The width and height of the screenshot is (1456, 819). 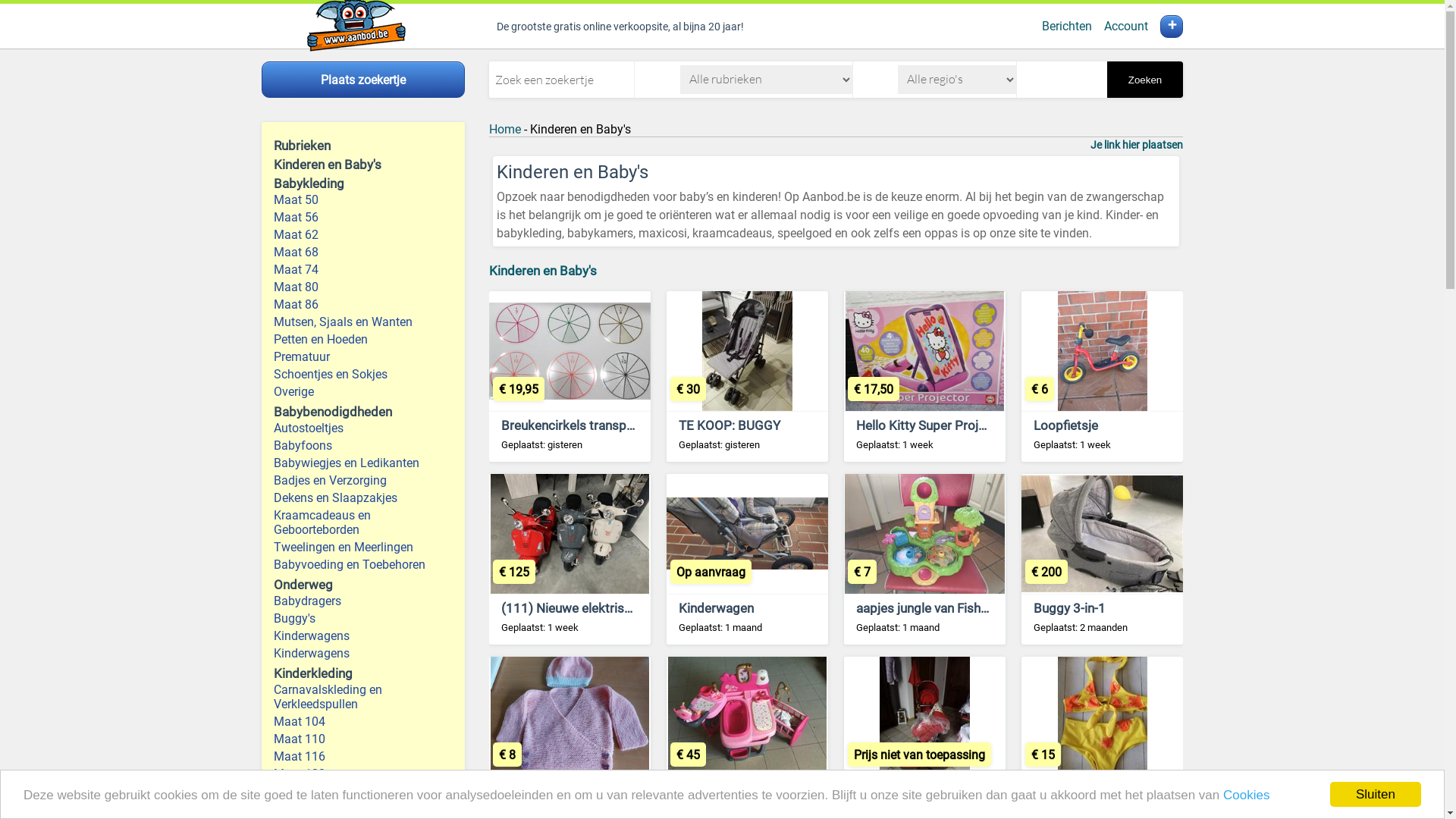 I want to click on 'Kinderwagen, so click(x=747, y=559).